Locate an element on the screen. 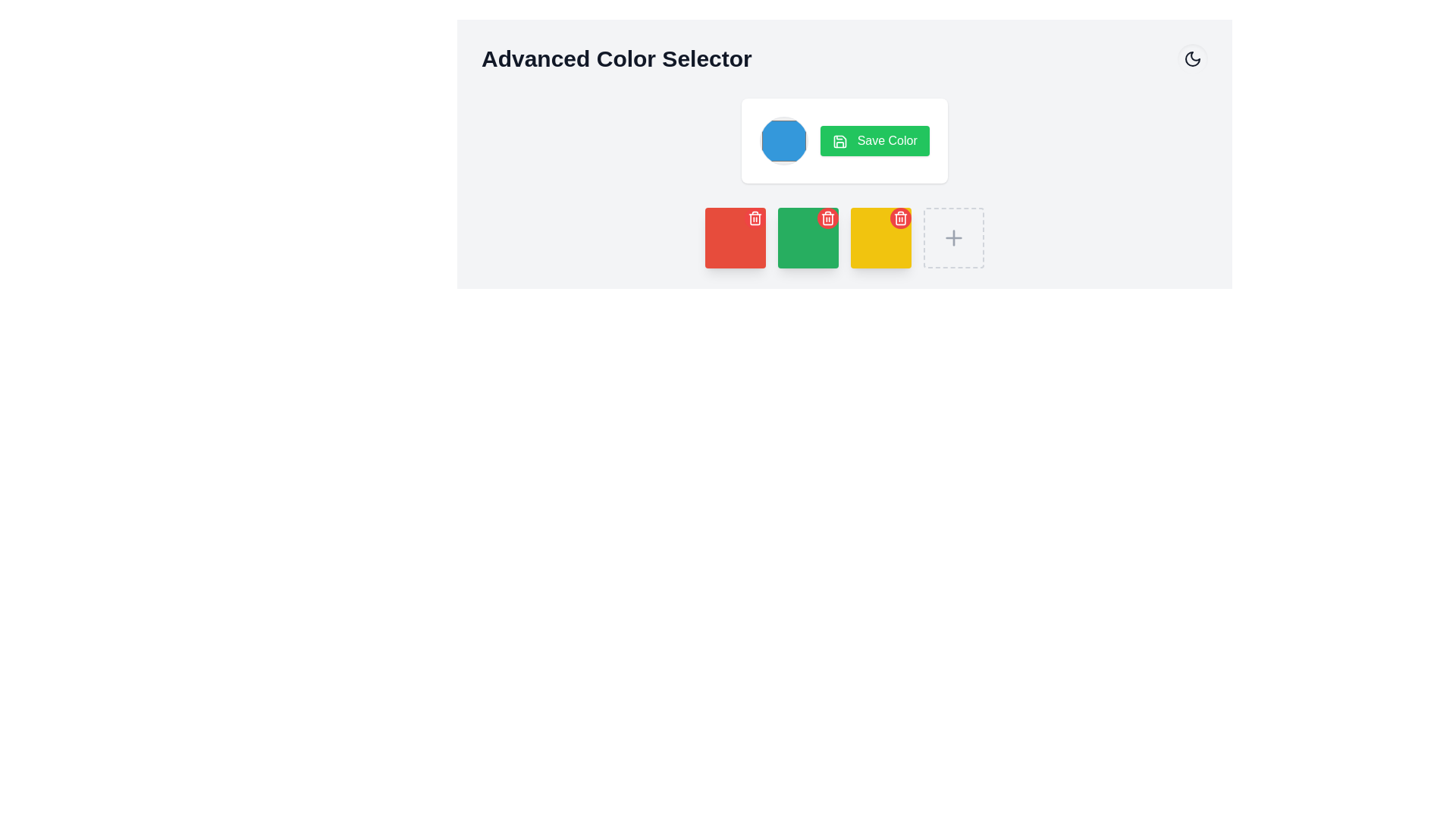  the decorative moon icon located in the top-right area of the interface is located at coordinates (1192, 58).